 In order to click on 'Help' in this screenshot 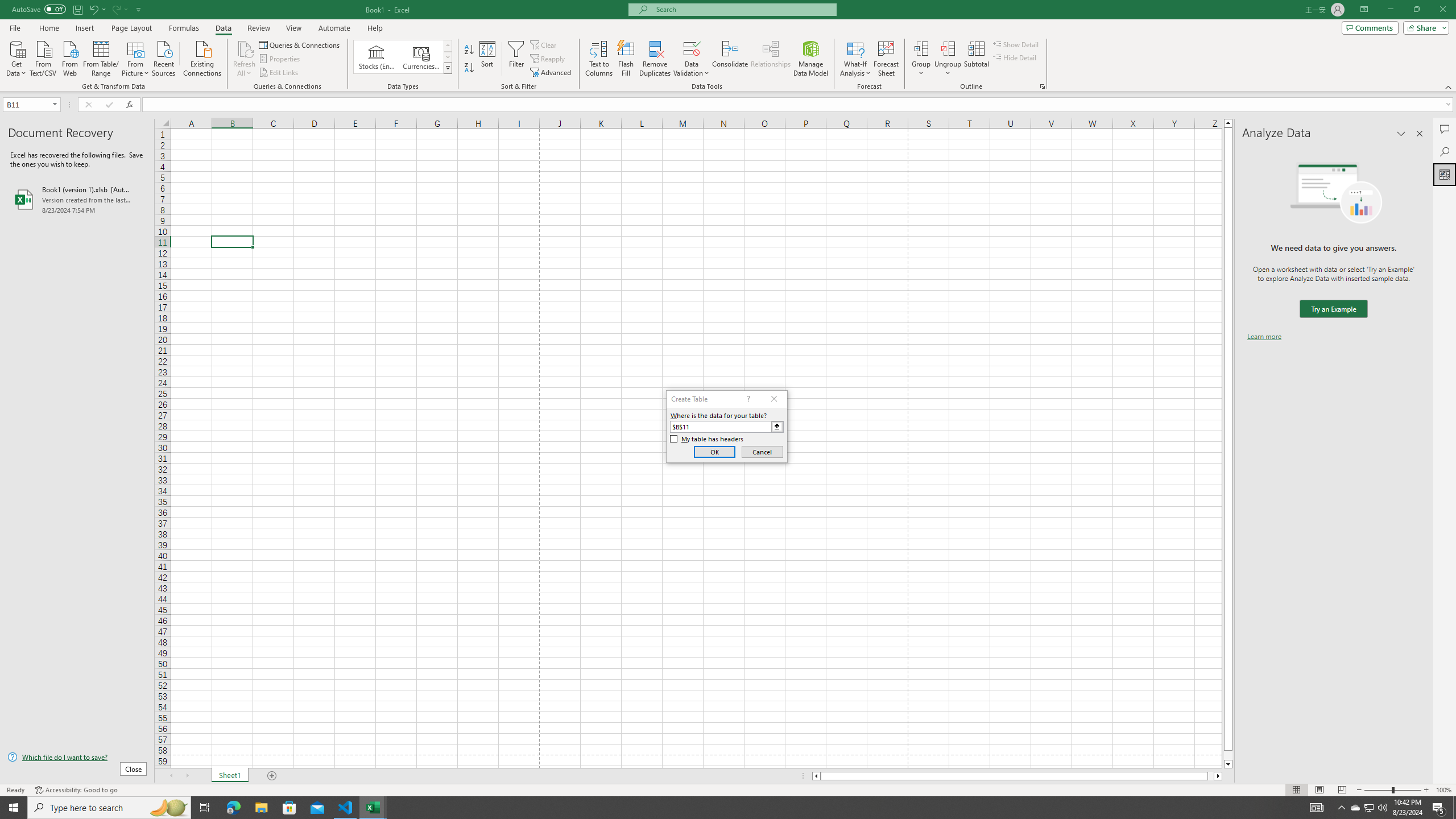, I will do `click(375, 28)`.